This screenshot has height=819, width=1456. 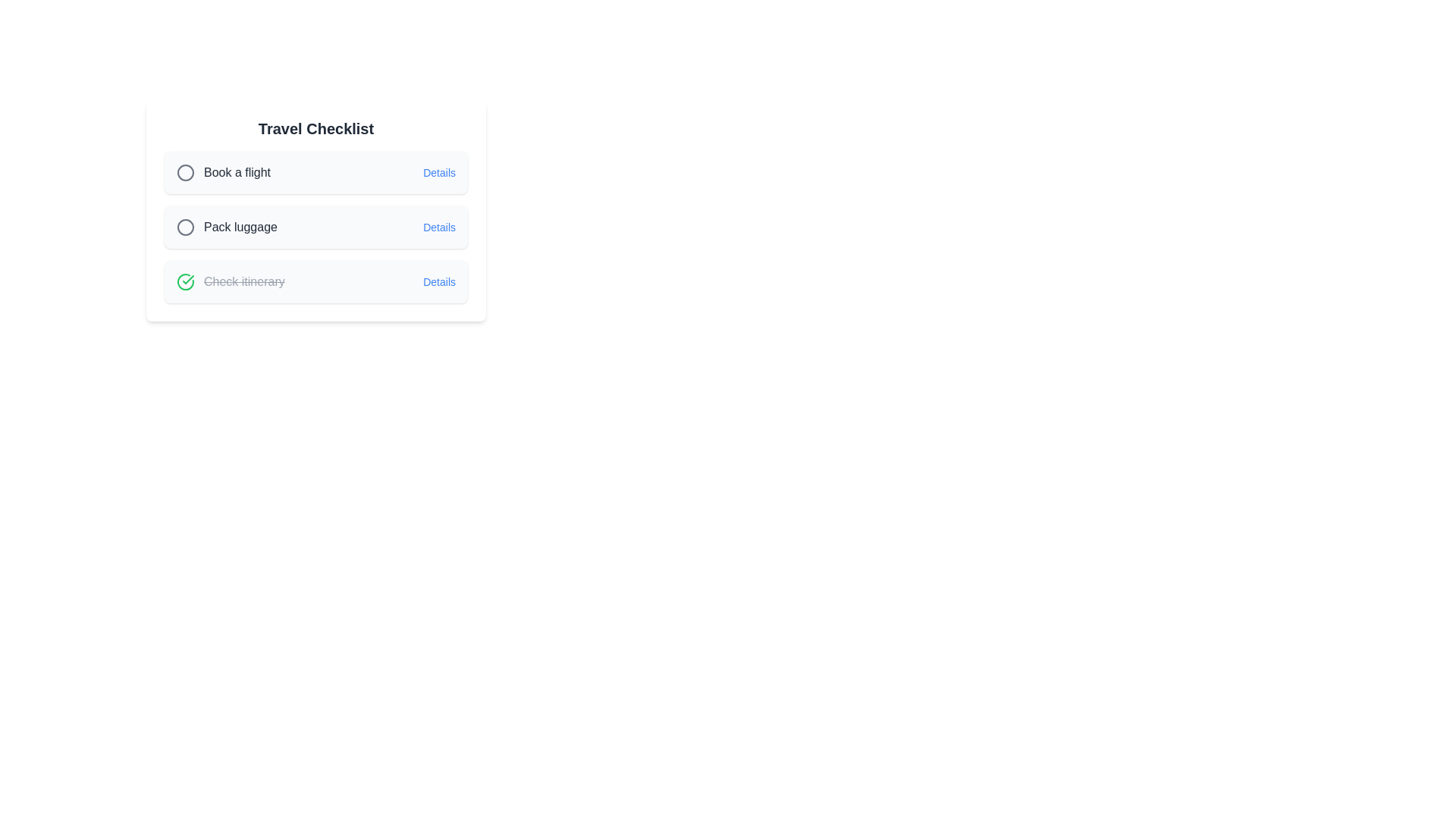 I want to click on the checklist item representing the task 'Pack luggage', so click(x=315, y=227).